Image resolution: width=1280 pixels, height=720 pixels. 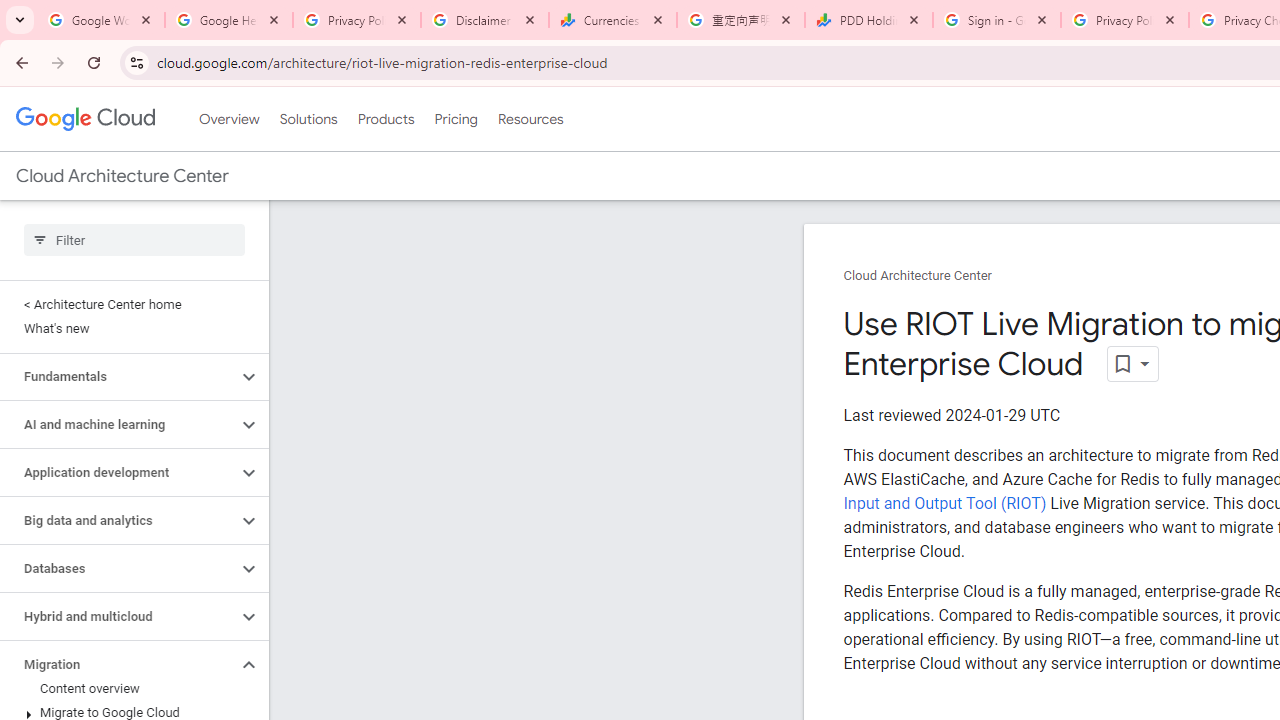 I want to click on 'Pricing', so click(x=454, y=119).